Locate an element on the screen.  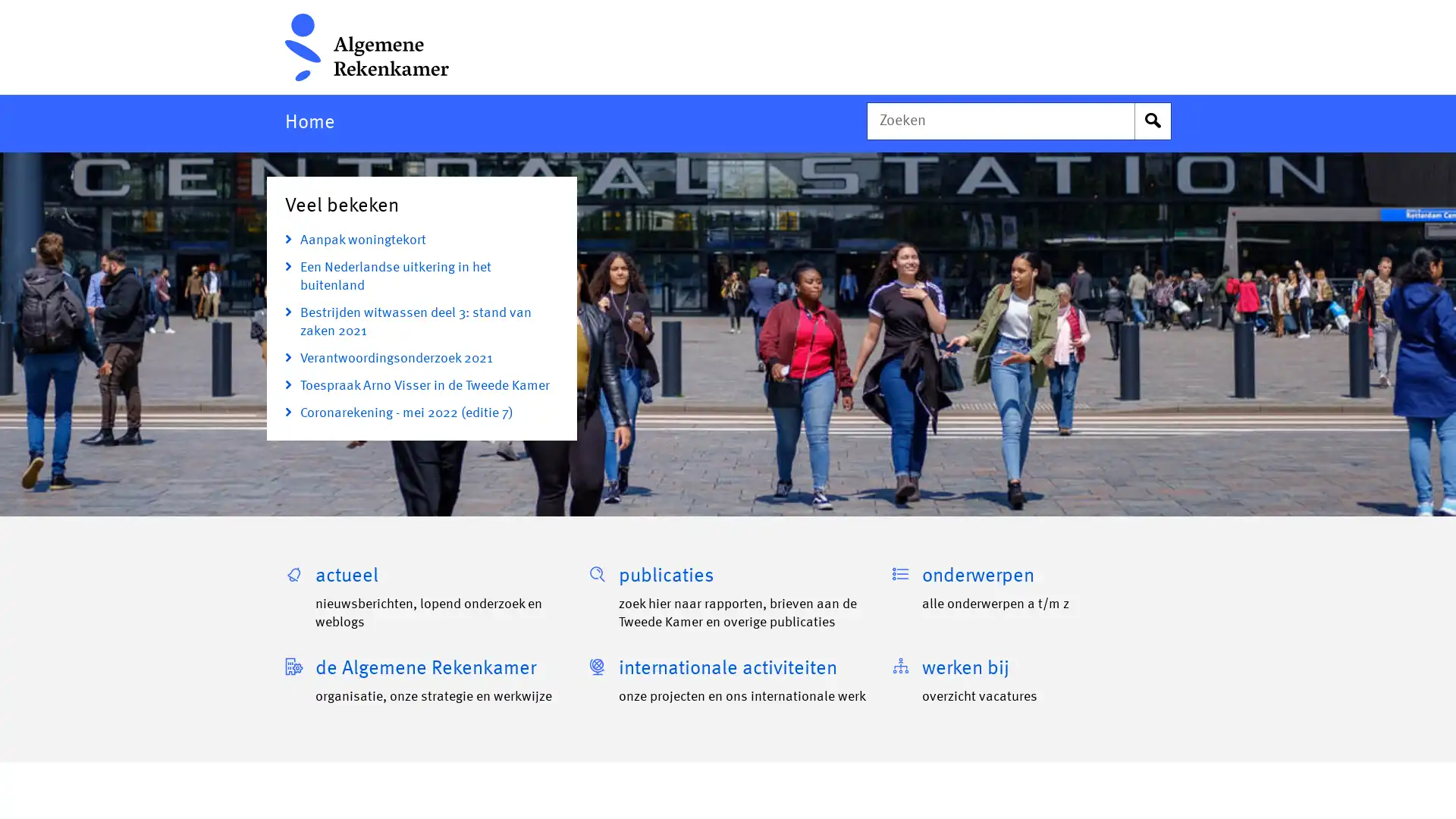
Start zoeken is located at coordinates (1153, 120).